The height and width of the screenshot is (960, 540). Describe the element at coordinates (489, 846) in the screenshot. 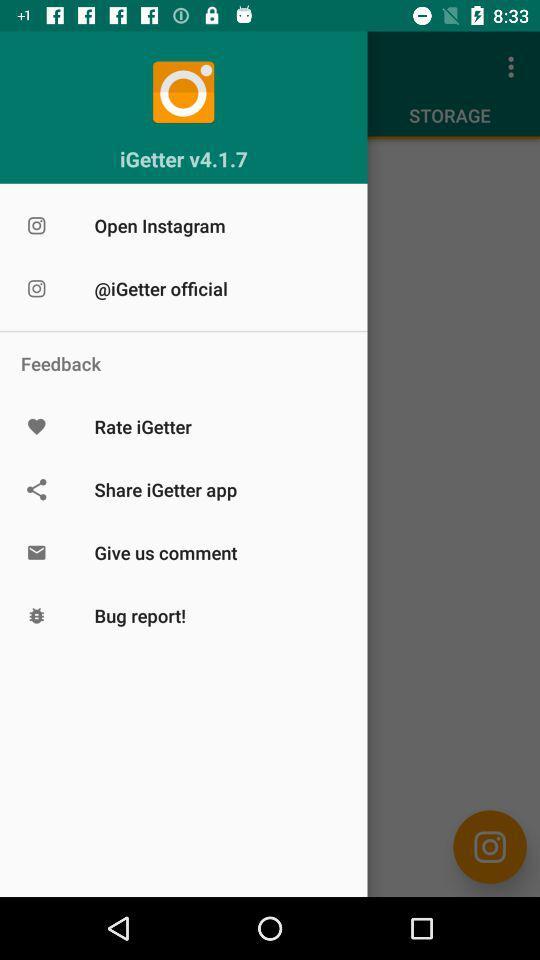

I see `the photo icon` at that location.